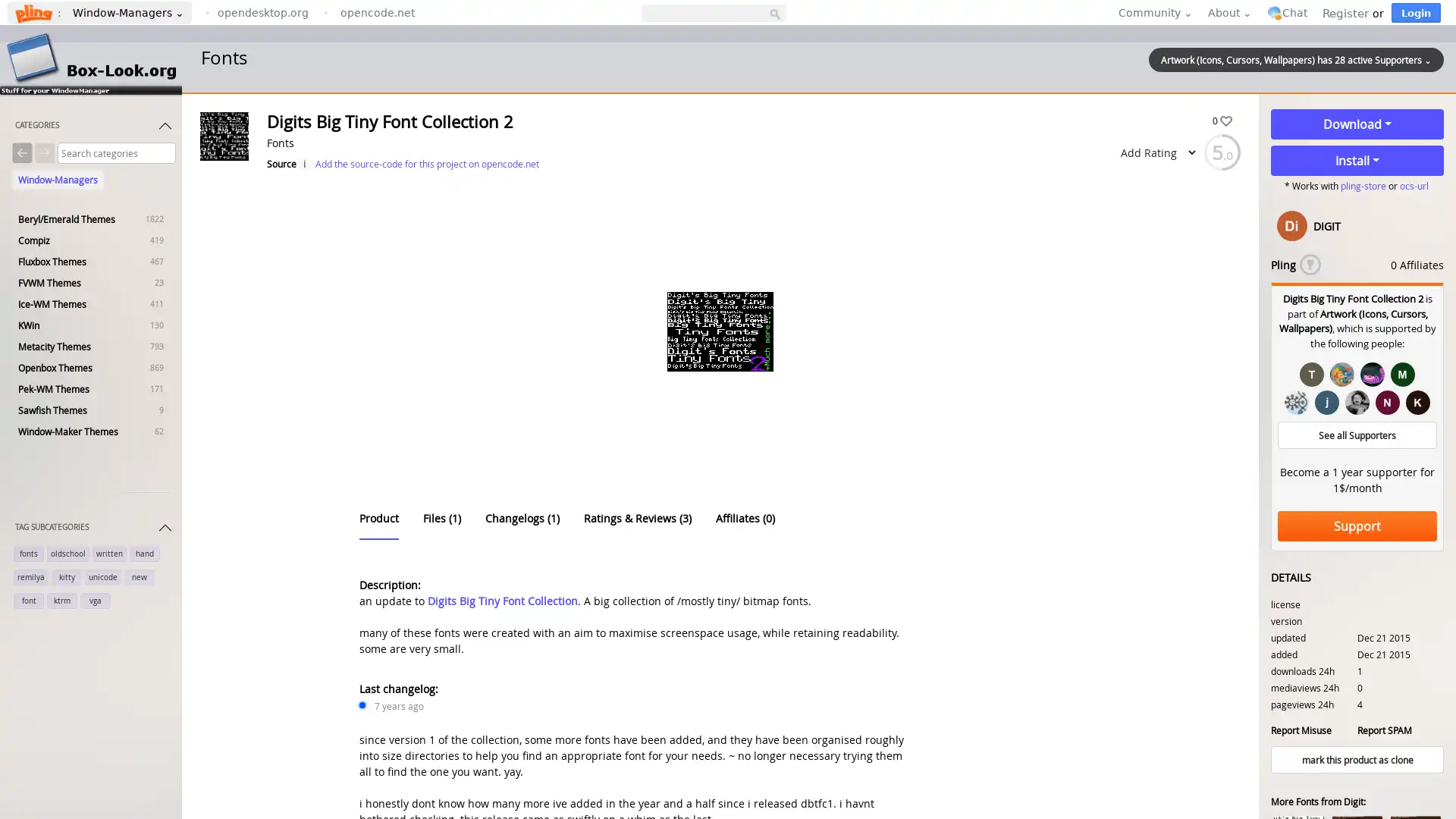 This screenshot has height=819, width=1456. Describe the element at coordinates (1357, 760) in the screenshot. I see `mark this product as clone` at that location.